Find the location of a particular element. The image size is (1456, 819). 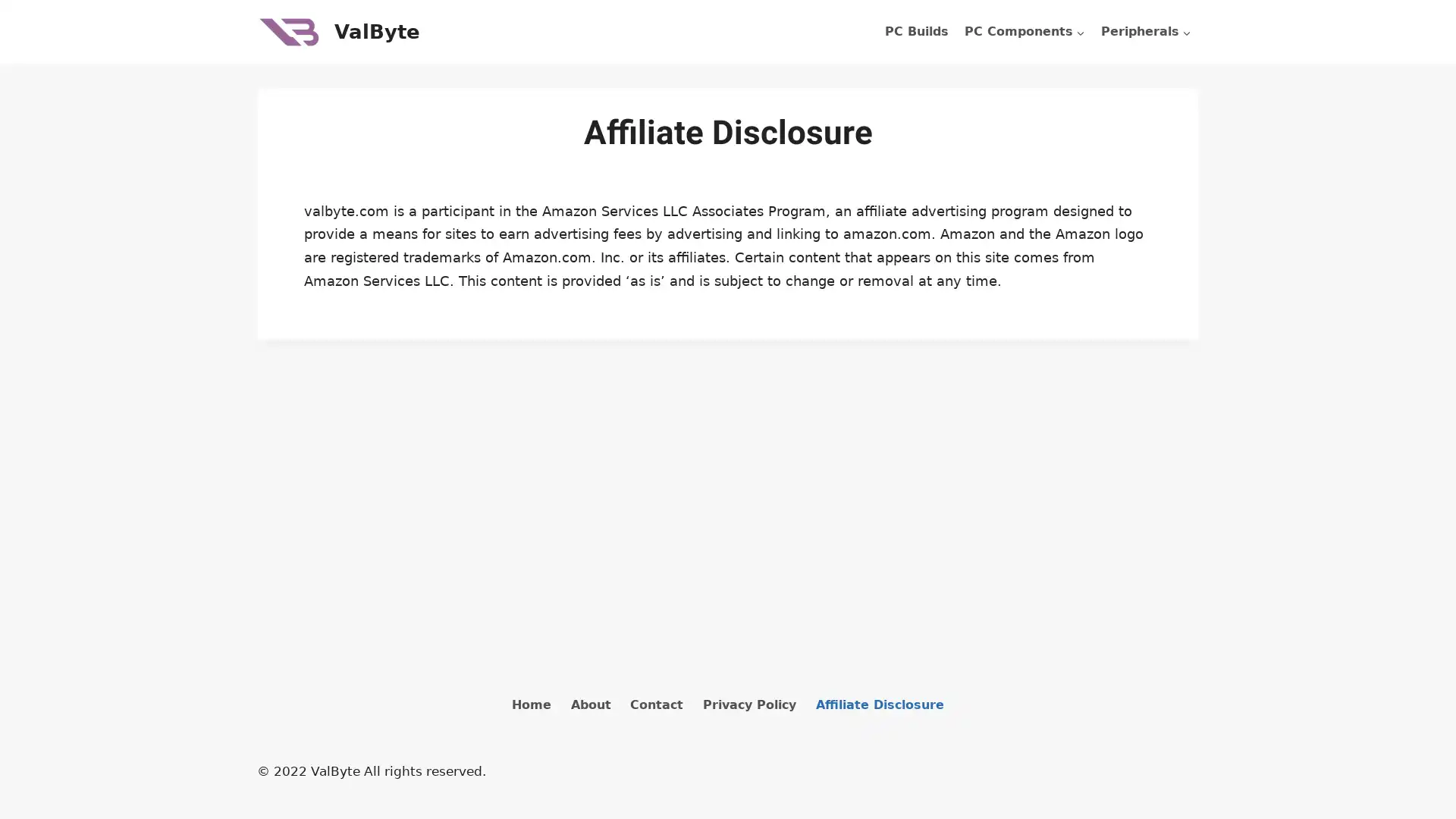

Expand child menu is located at coordinates (1024, 32).